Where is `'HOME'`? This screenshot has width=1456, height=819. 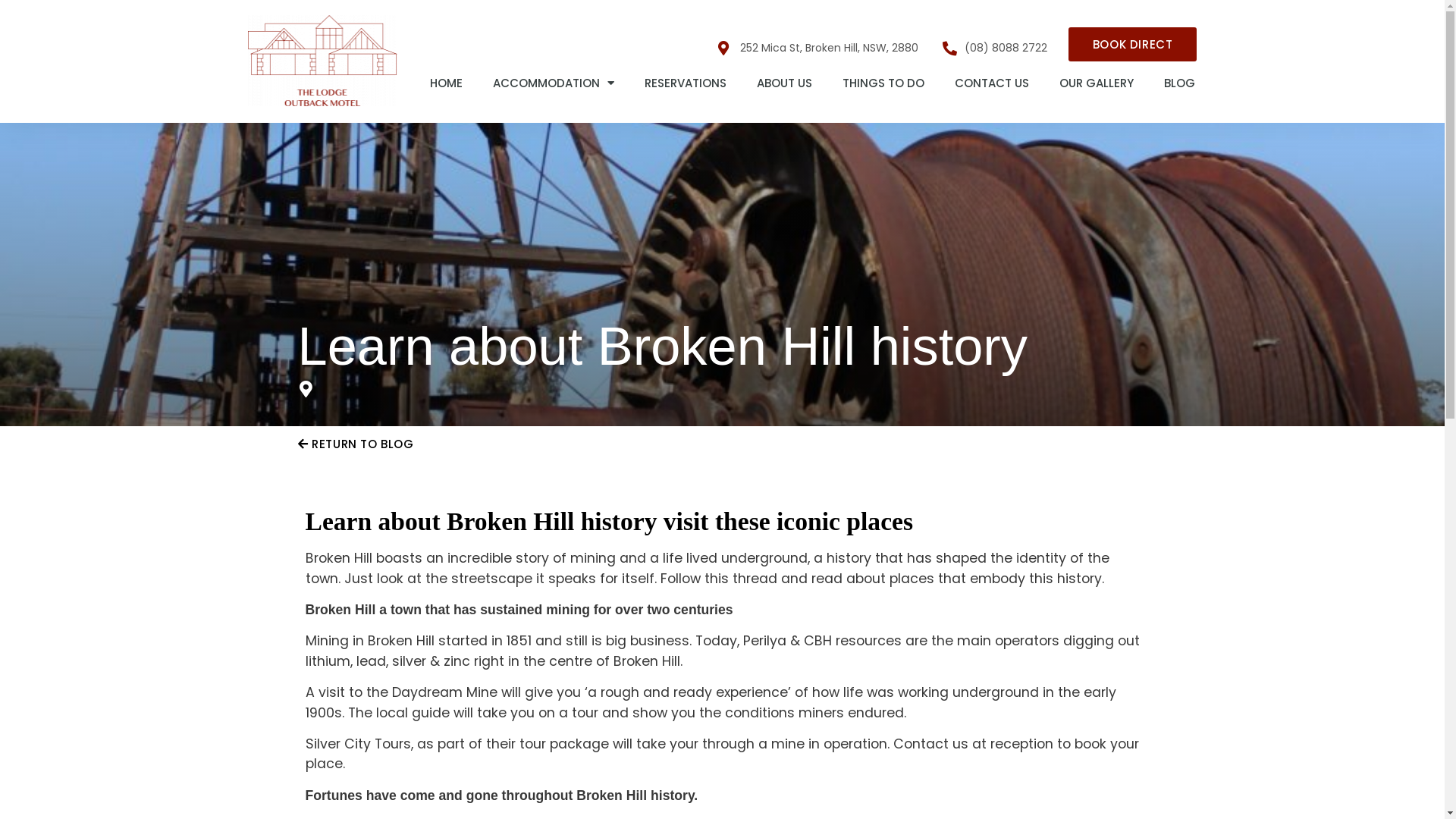
'HOME' is located at coordinates (445, 83).